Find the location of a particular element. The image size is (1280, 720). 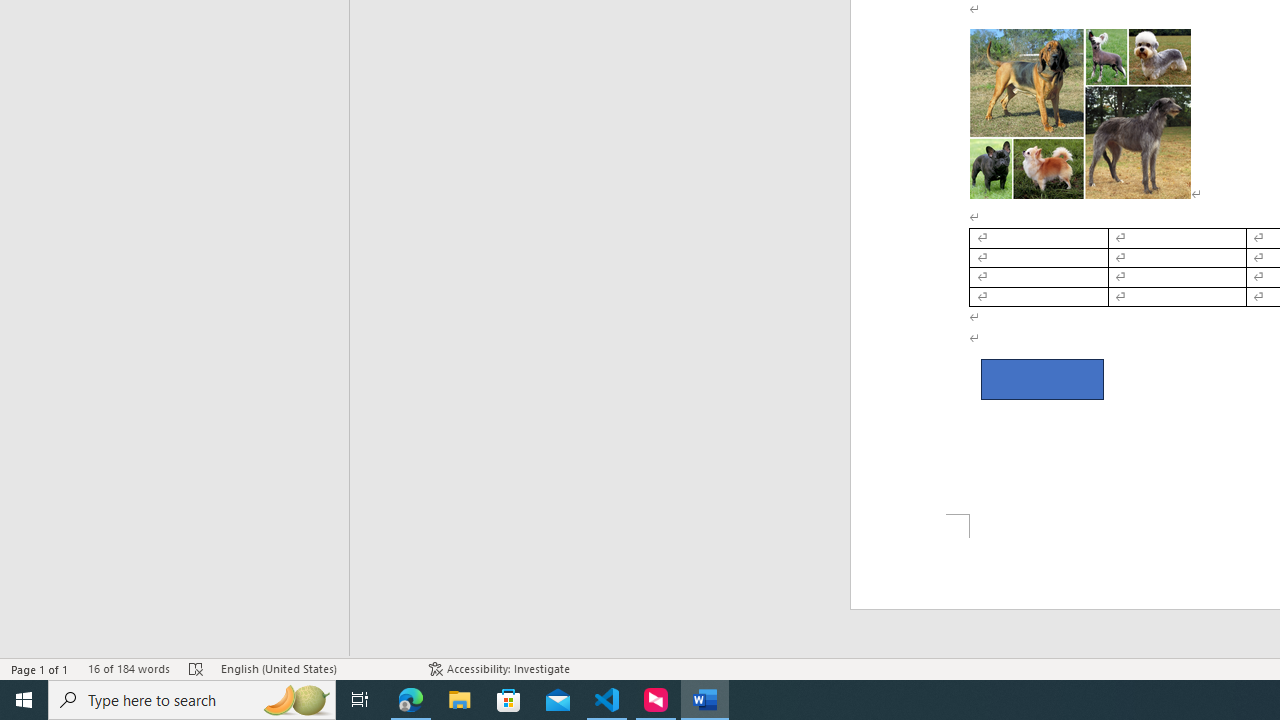

'Rectangle 2' is located at coordinates (1040, 379).